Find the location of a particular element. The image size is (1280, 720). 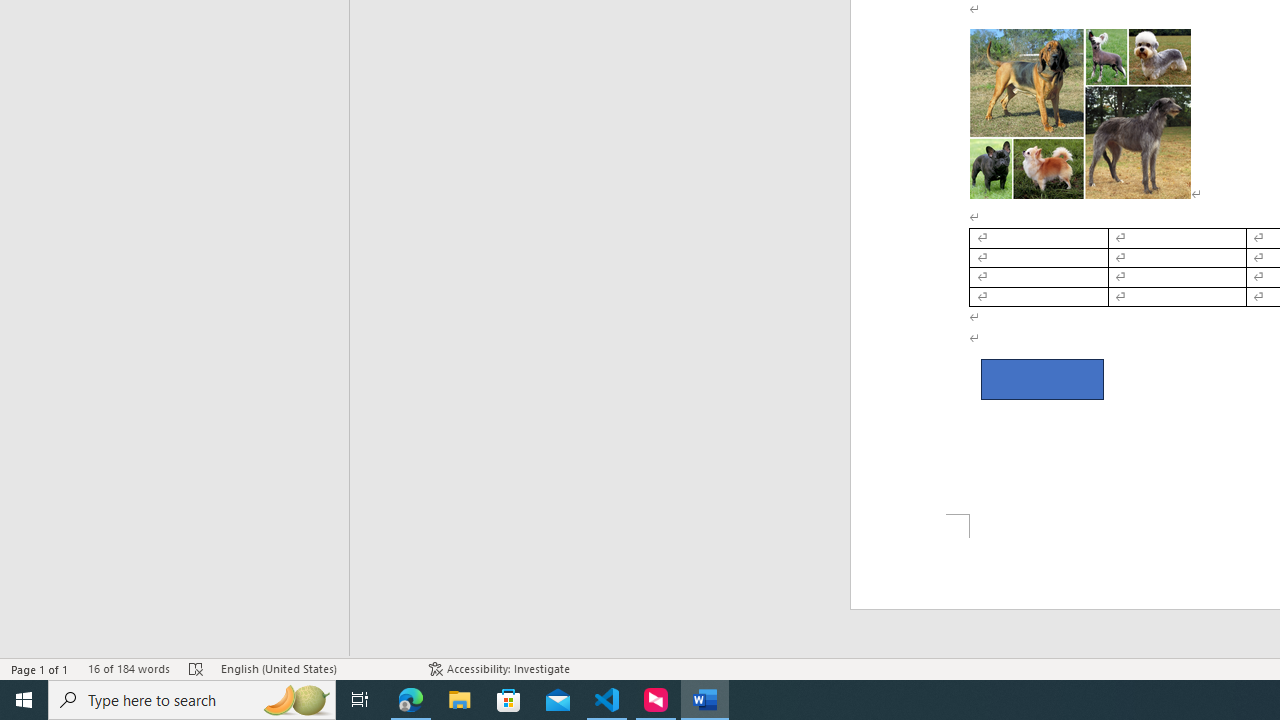

'Rectangle 2' is located at coordinates (1040, 379).